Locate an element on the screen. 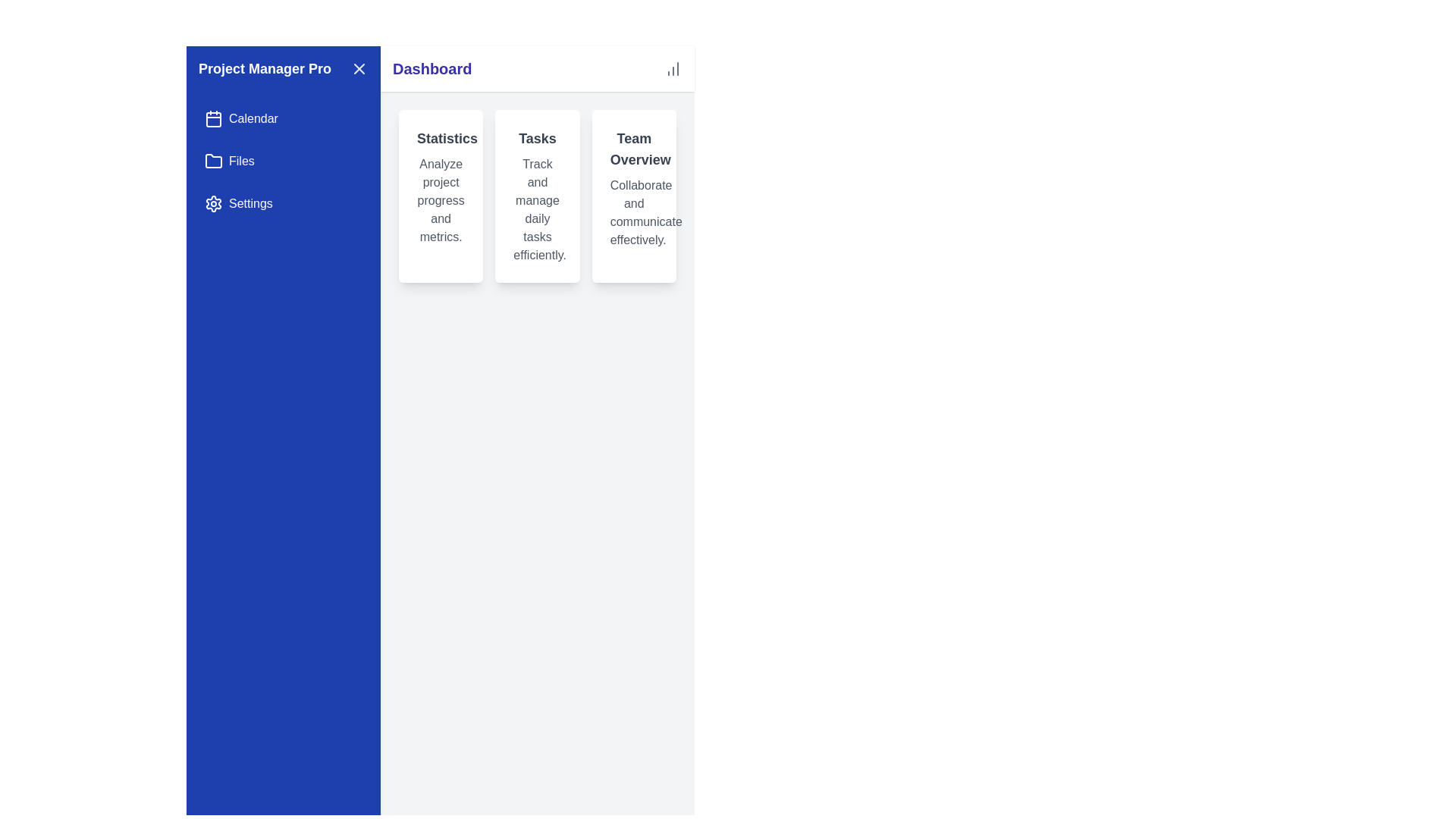 This screenshot has width=1456, height=819. the Calendar icon located in the sidebar navigation menu under 'Project Manager Pro' is located at coordinates (213, 118).